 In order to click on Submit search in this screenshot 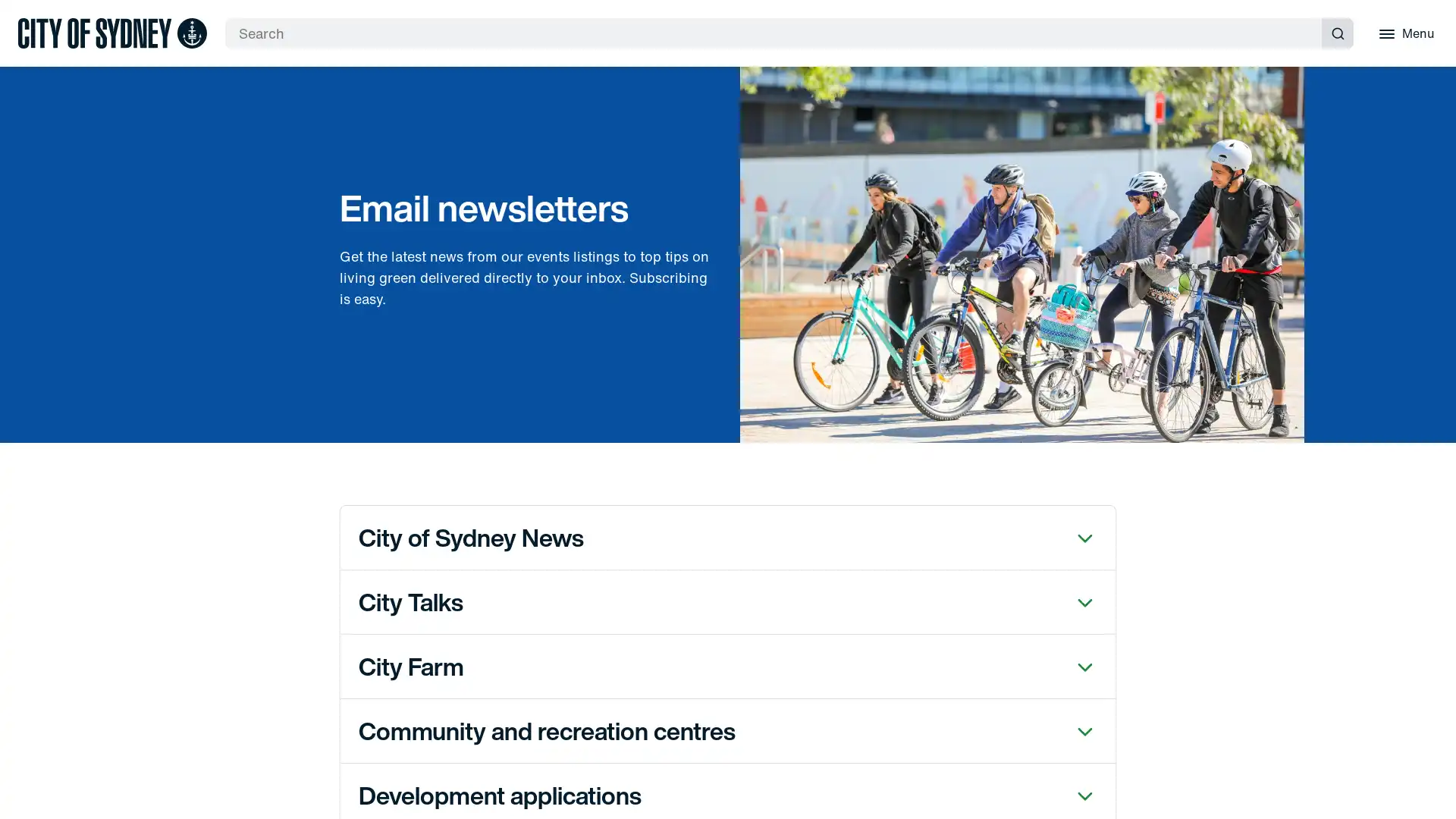, I will do `click(1337, 33)`.